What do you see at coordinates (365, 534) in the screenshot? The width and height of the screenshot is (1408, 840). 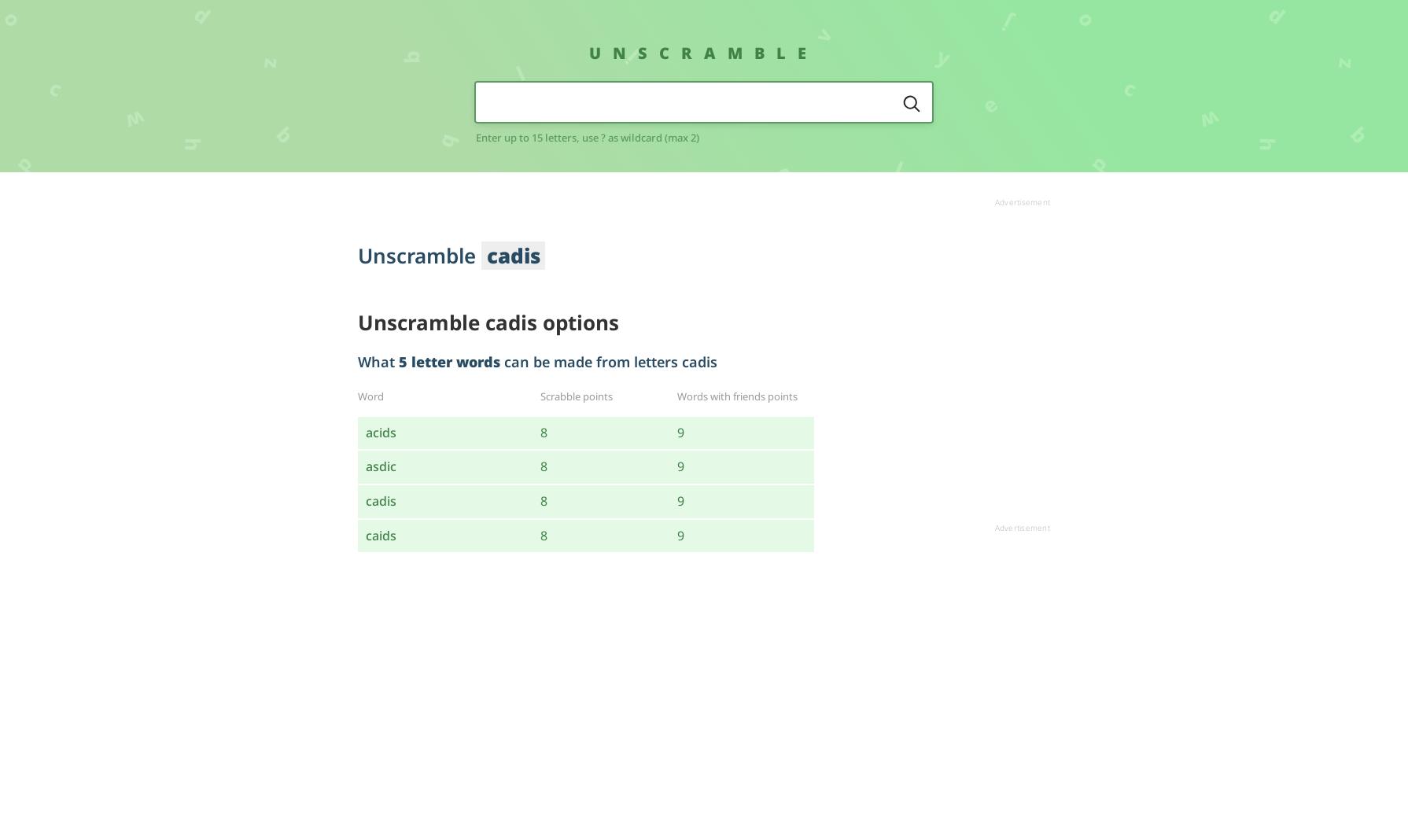 I see `'caids'` at bounding box center [365, 534].